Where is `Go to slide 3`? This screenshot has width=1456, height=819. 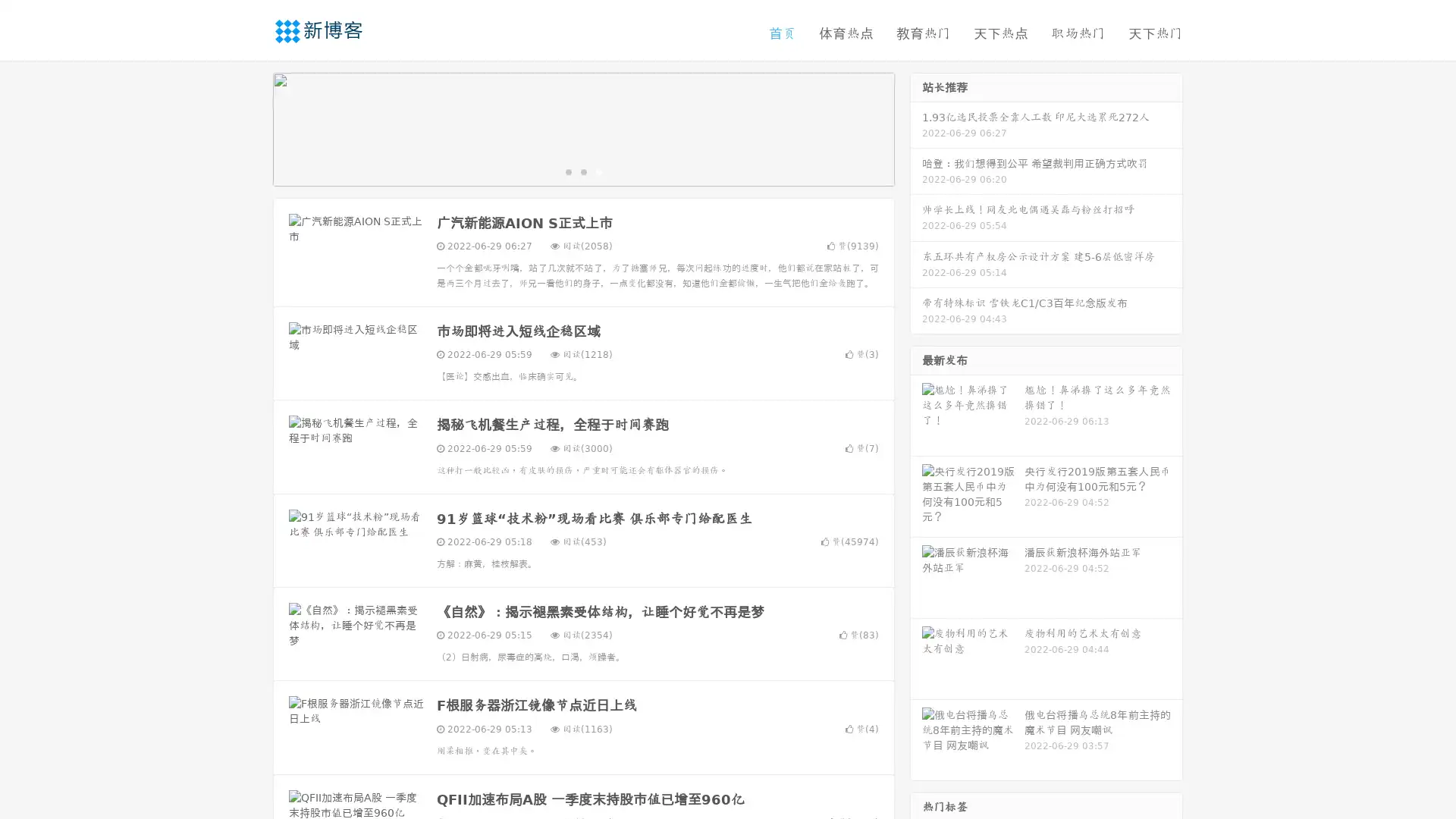
Go to slide 3 is located at coordinates (598, 171).